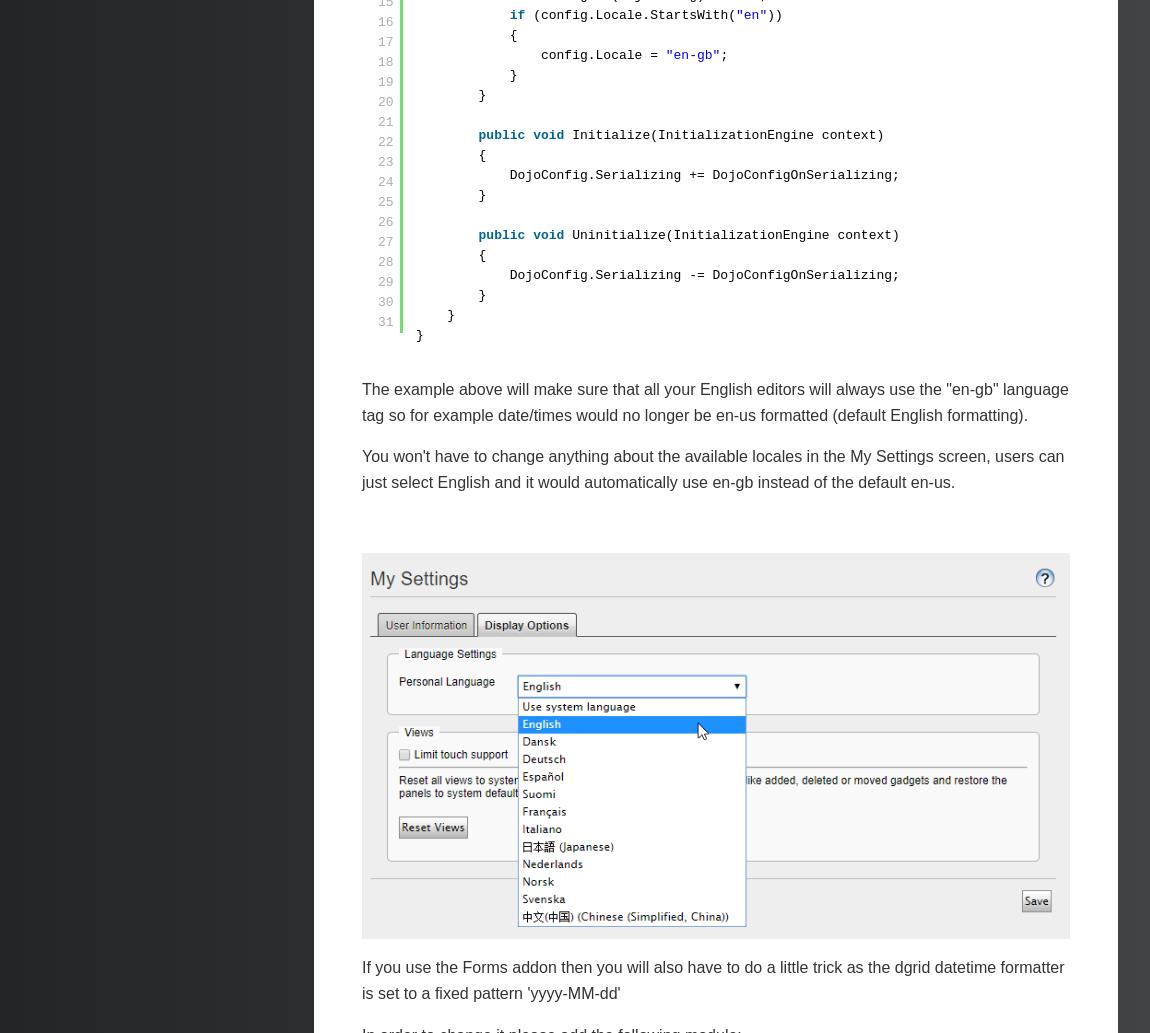  What do you see at coordinates (385, 181) in the screenshot?
I see `'24'` at bounding box center [385, 181].